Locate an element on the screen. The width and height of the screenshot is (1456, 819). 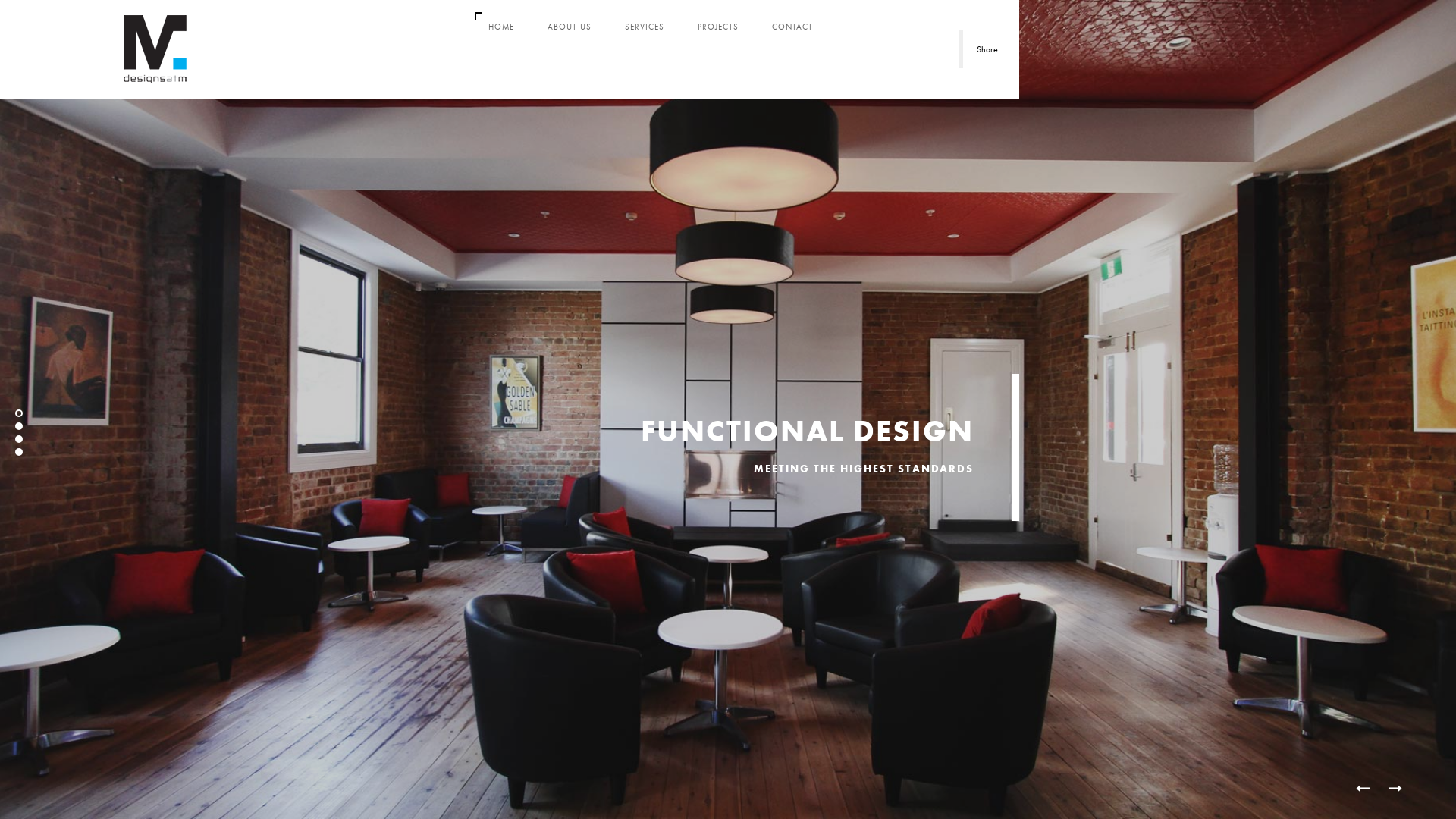
'HOME' is located at coordinates (501, 27).